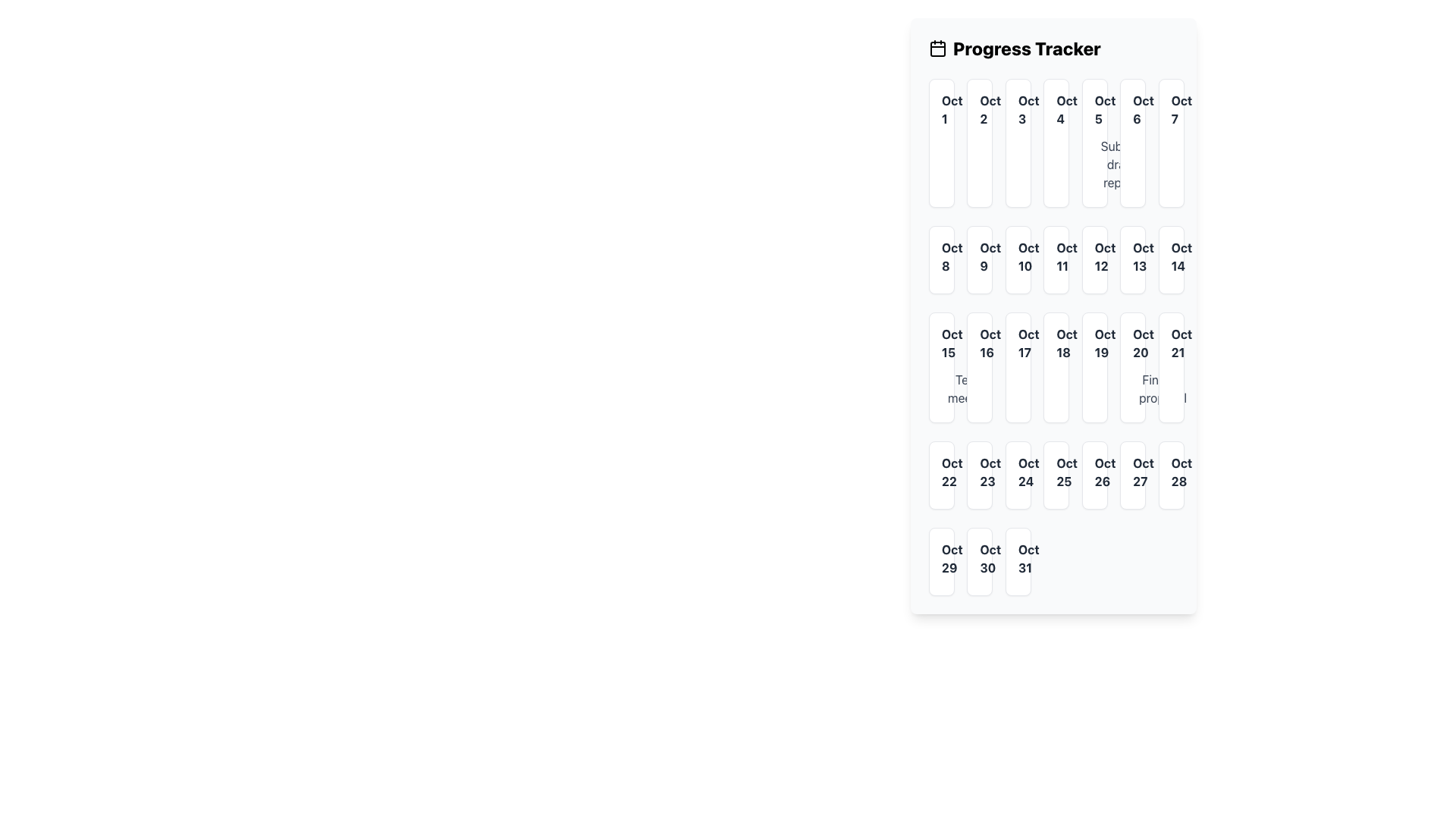 This screenshot has height=819, width=1456. Describe the element at coordinates (1056, 475) in the screenshot. I see `the fifth Date display card in the bottom row of the grid layout` at that location.